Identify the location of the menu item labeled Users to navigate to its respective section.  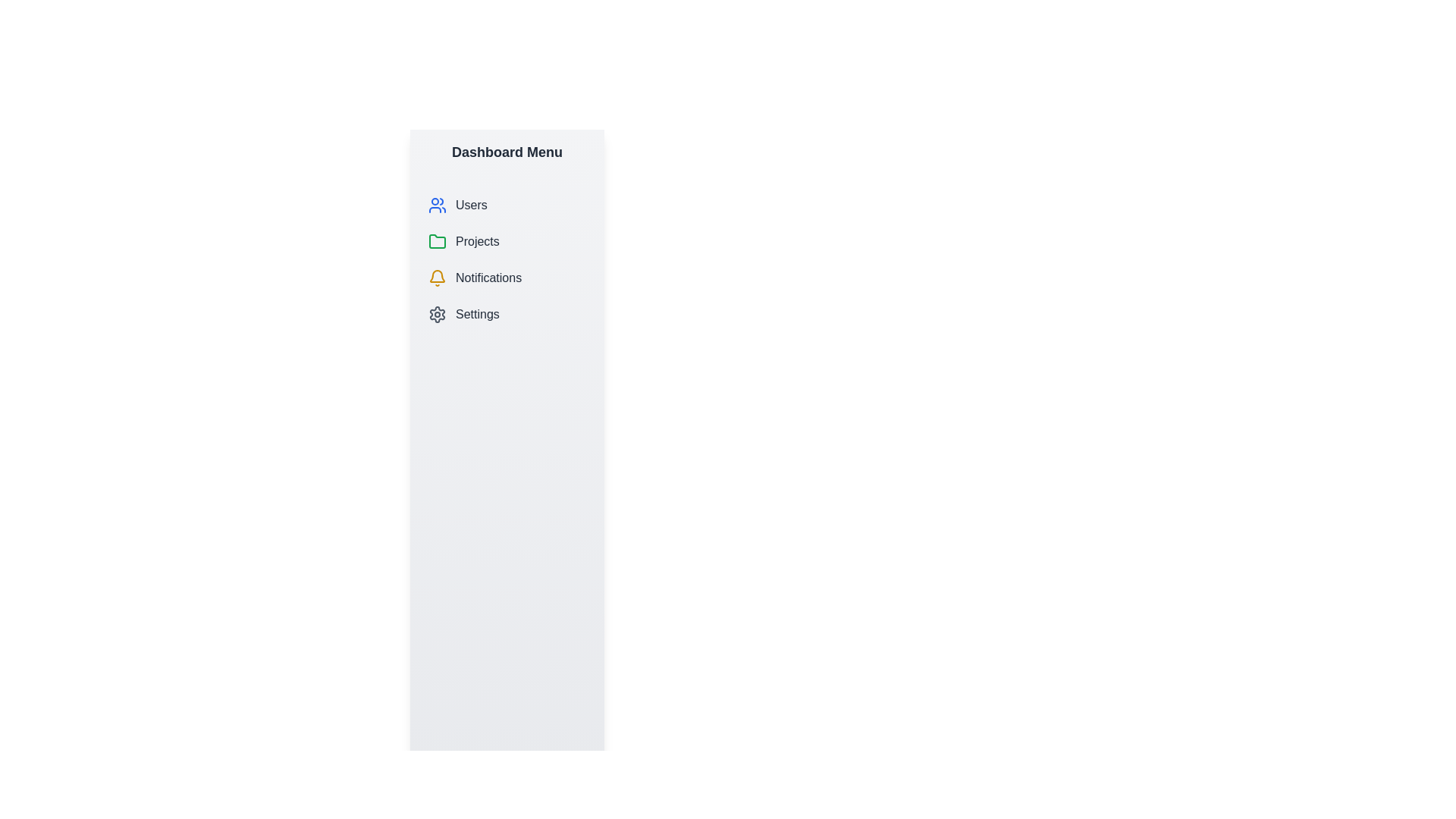
(507, 205).